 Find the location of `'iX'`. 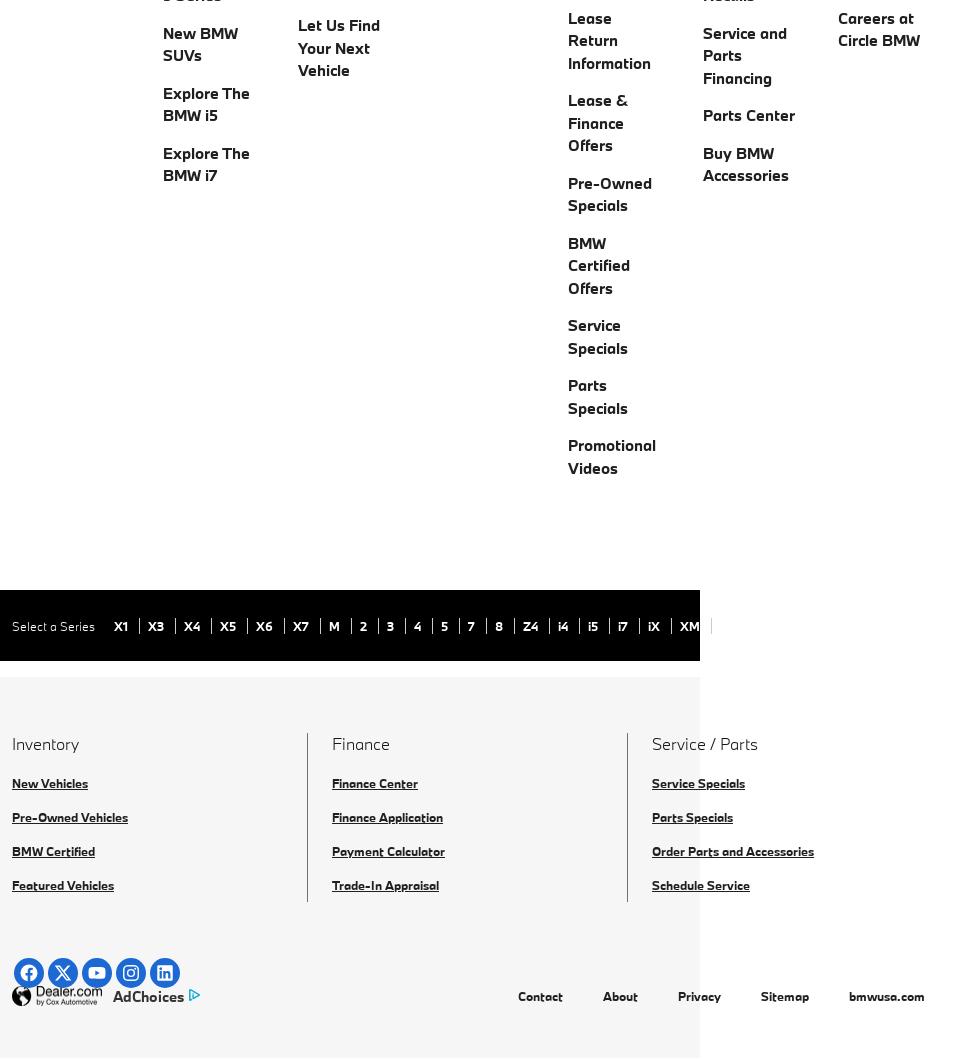

'iX' is located at coordinates (654, 624).